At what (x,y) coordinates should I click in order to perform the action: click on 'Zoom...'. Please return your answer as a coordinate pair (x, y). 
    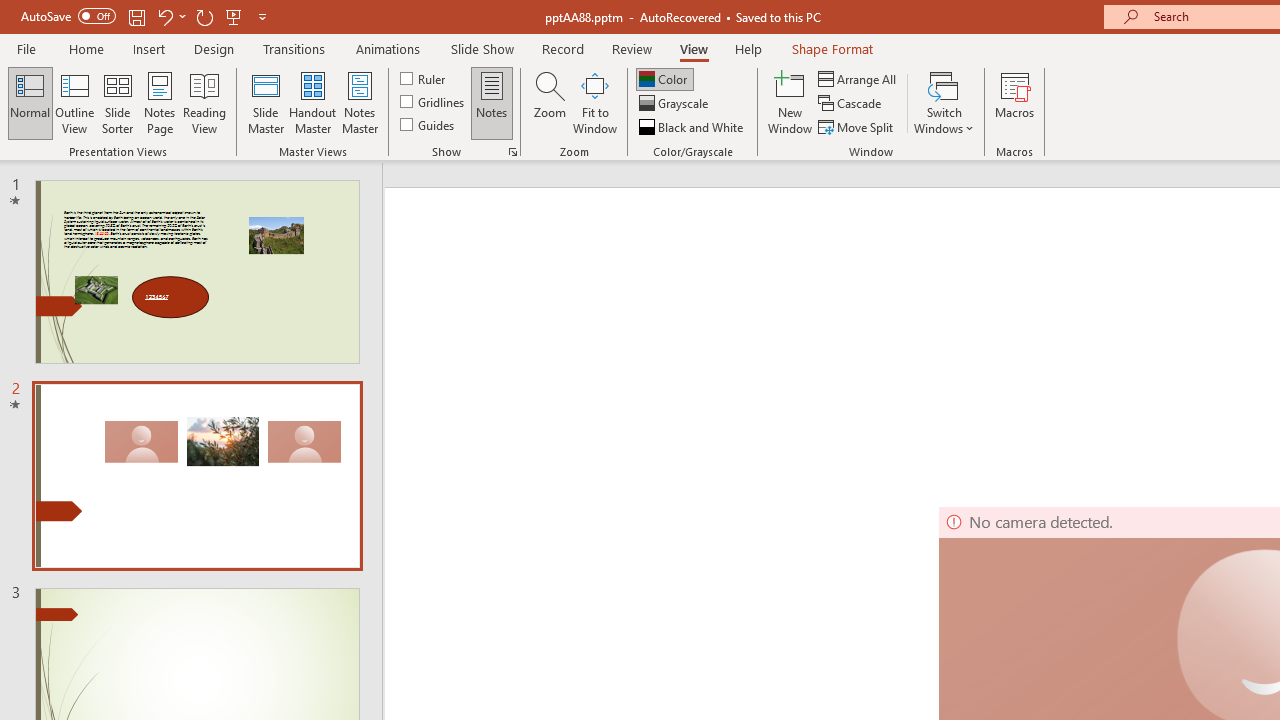
    Looking at the image, I should click on (549, 103).